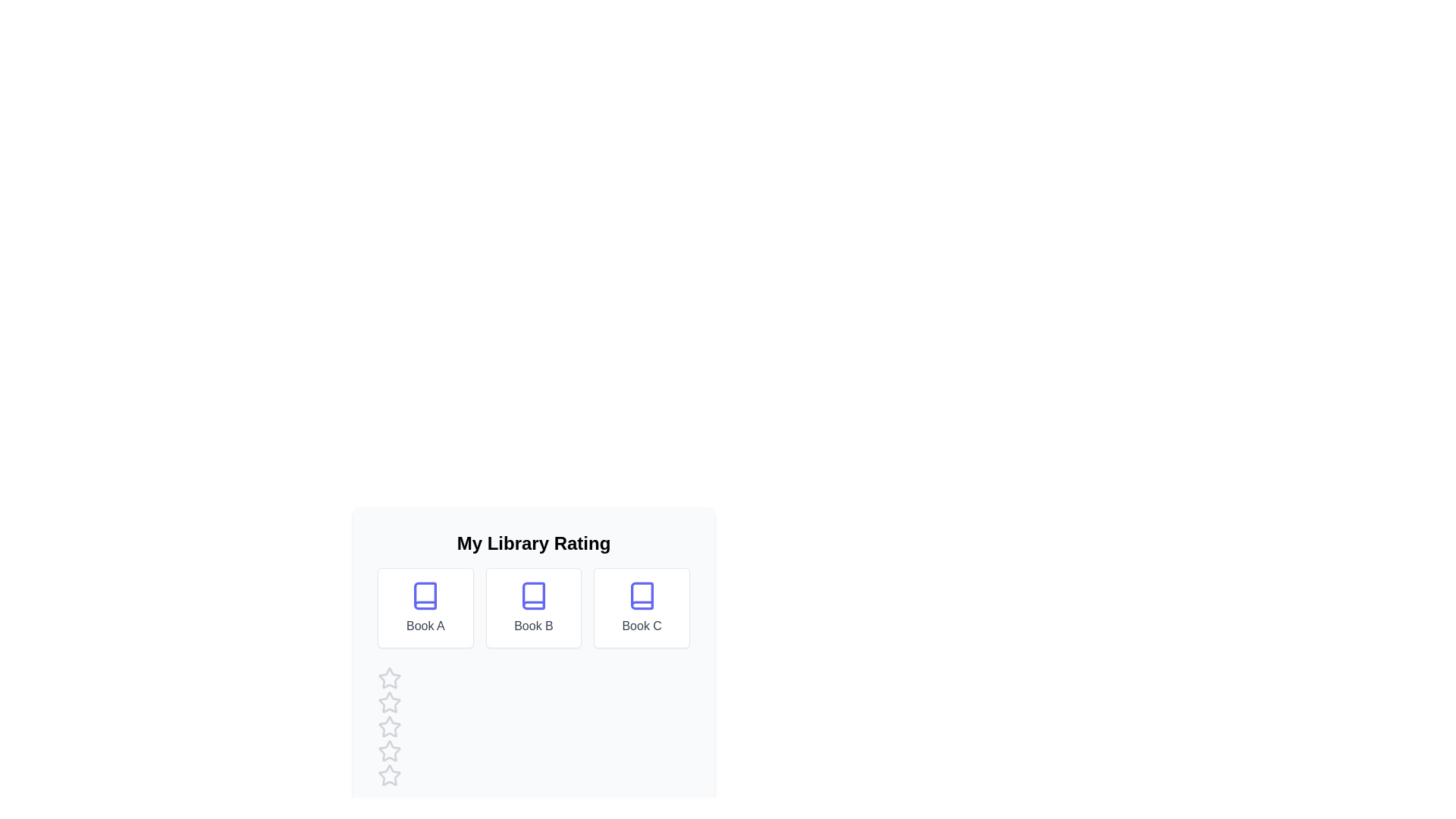  Describe the element at coordinates (641, 626) in the screenshot. I see `the book name Book C to select the text` at that location.